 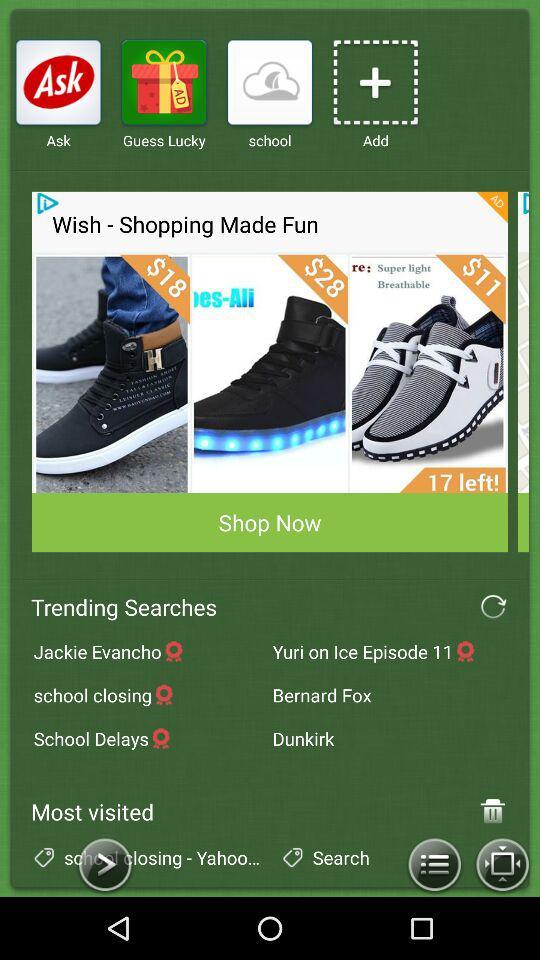 What do you see at coordinates (492, 648) in the screenshot?
I see `the refresh icon` at bounding box center [492, 648].